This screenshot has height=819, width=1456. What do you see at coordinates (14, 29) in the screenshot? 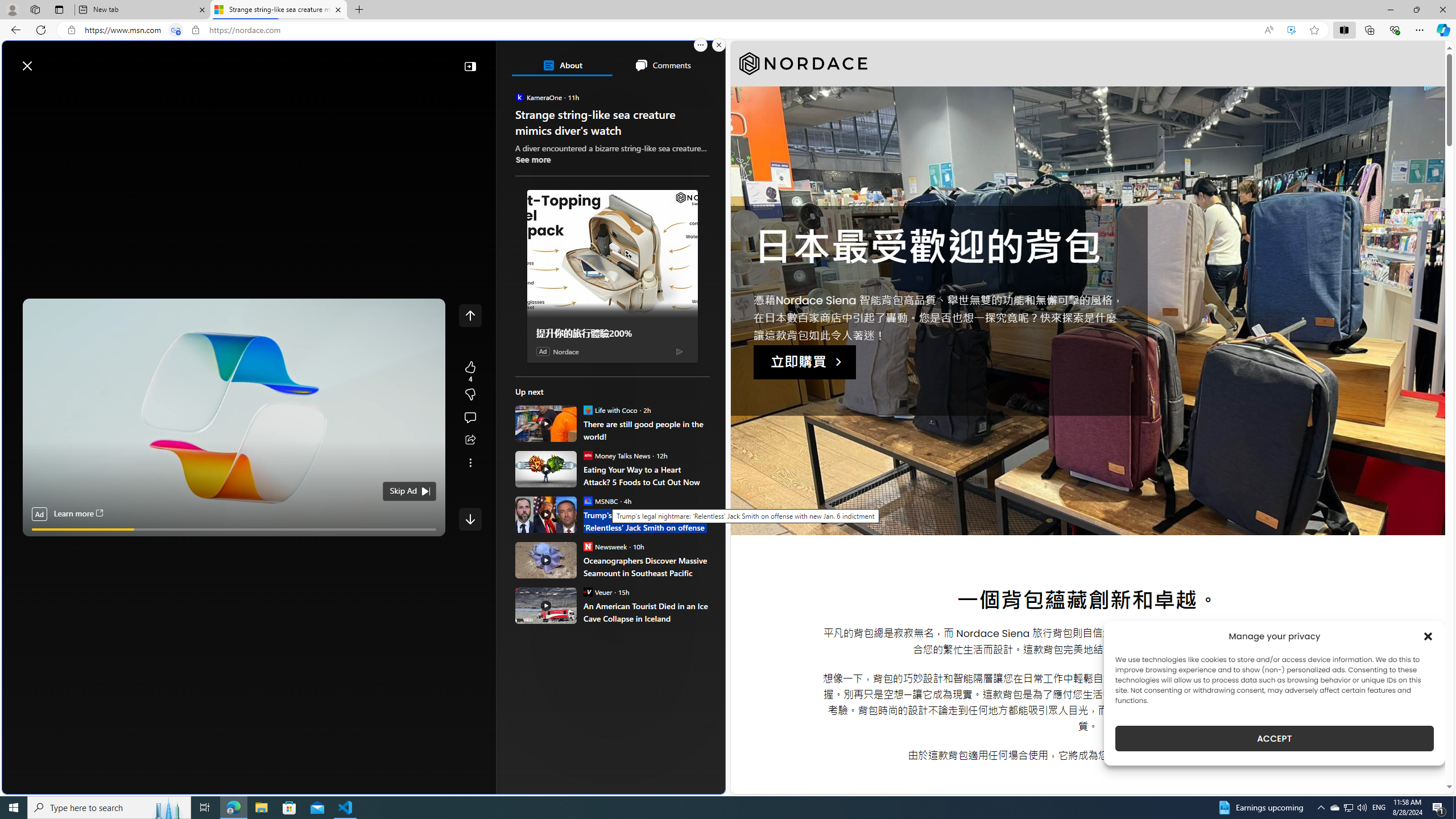
I see `'Back'` at bounding box center [14, 29].